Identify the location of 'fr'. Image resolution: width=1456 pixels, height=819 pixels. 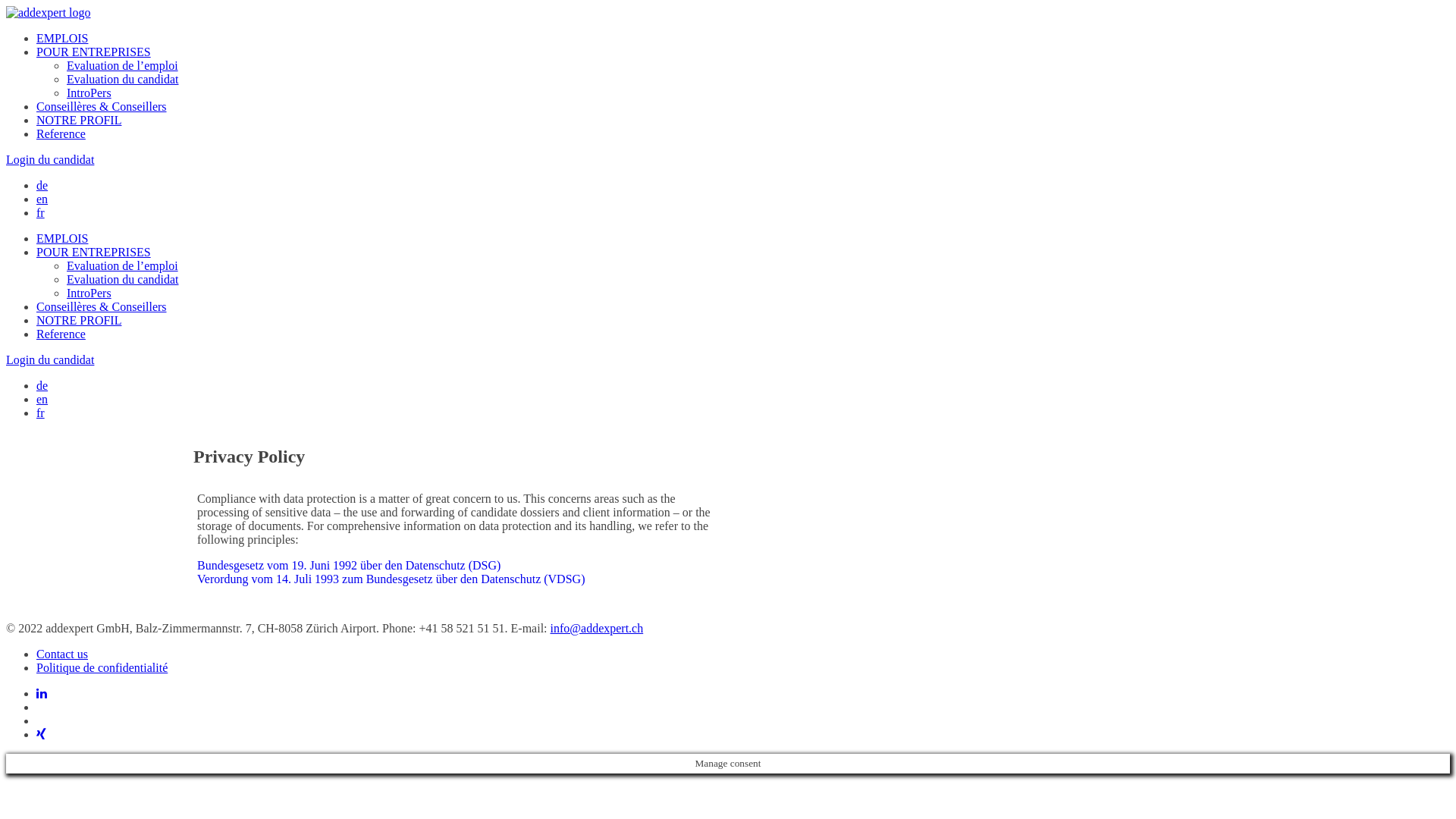
(40, 413).